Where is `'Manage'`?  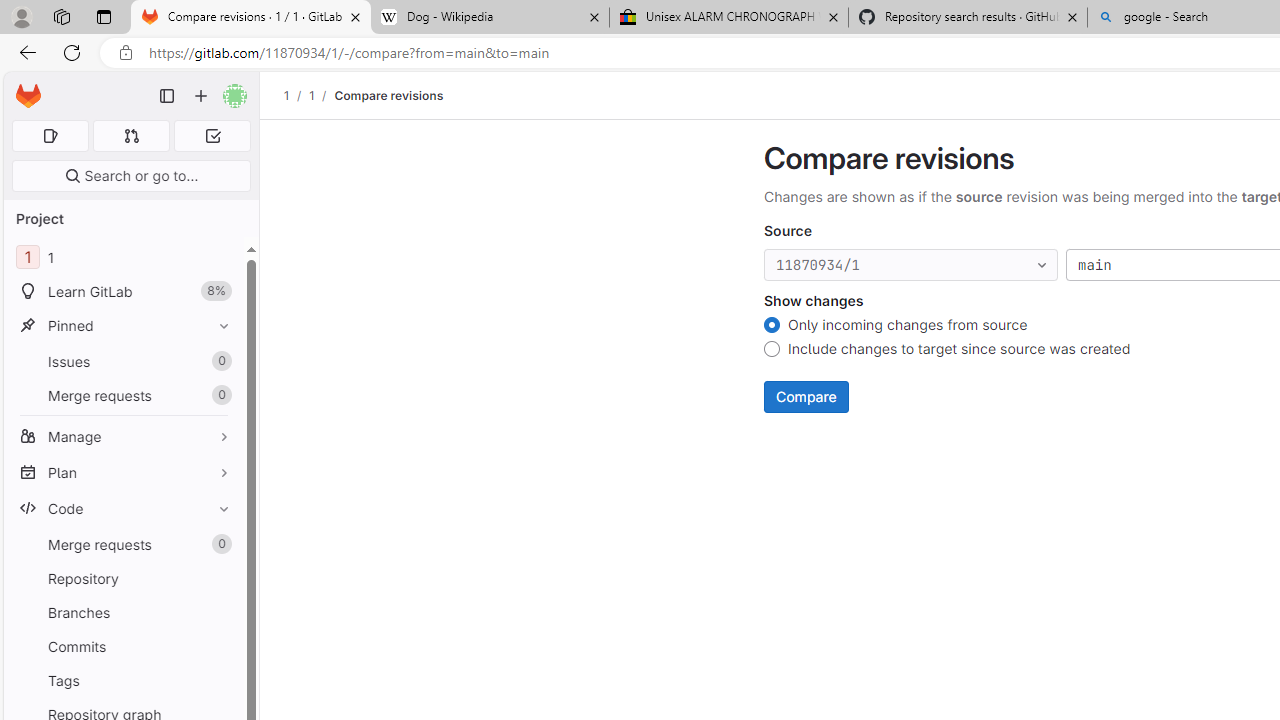
'Manage' is located at coordinates (123, 435).